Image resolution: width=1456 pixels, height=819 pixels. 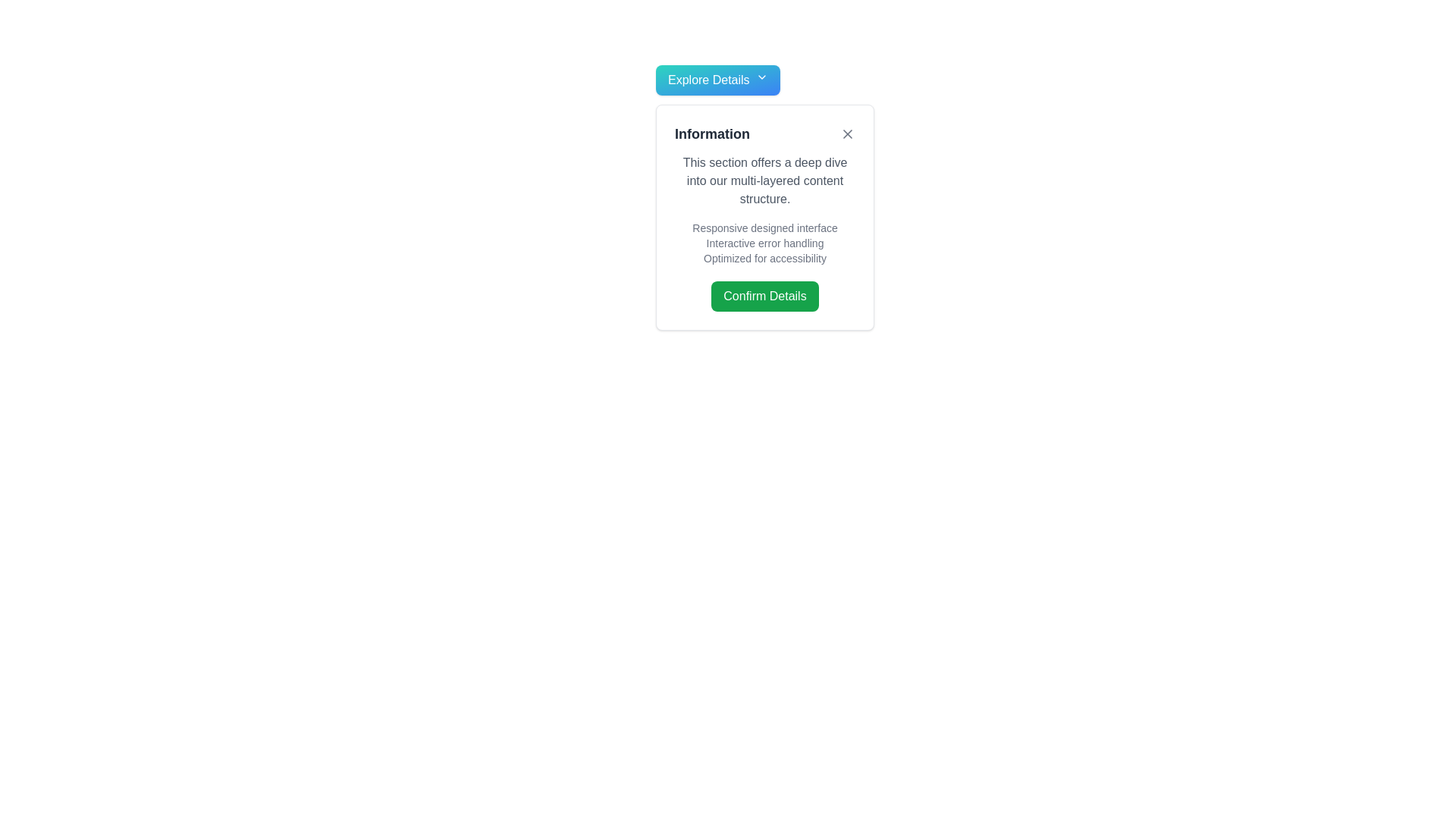 What do you see at coordinates (764, 296) in the screenshot?
I see `the green 'Confirm Details' button with rounded corners` at bounding box center [764, 296].